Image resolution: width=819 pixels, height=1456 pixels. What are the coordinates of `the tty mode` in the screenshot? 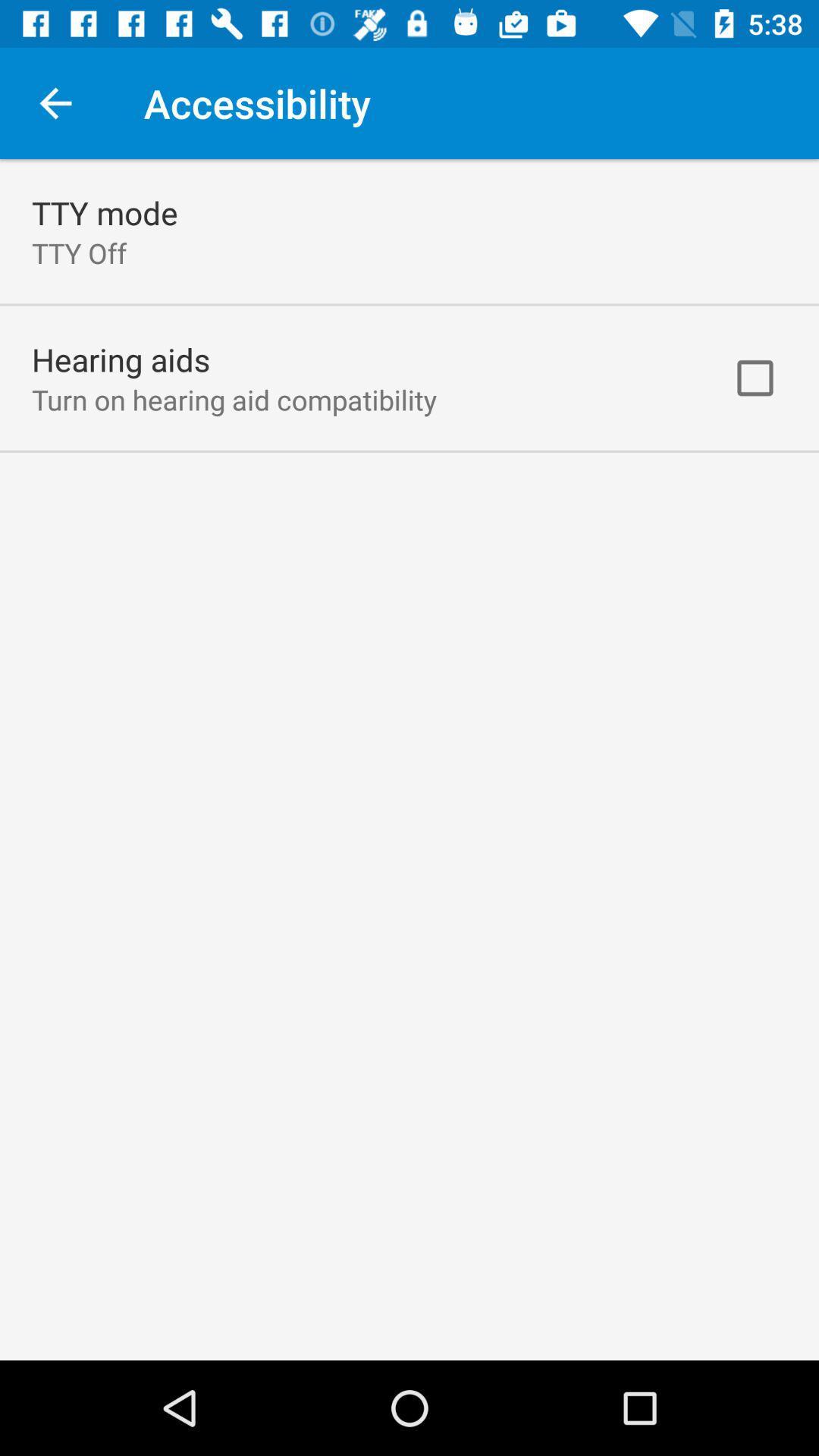 It's located at (104, 212).